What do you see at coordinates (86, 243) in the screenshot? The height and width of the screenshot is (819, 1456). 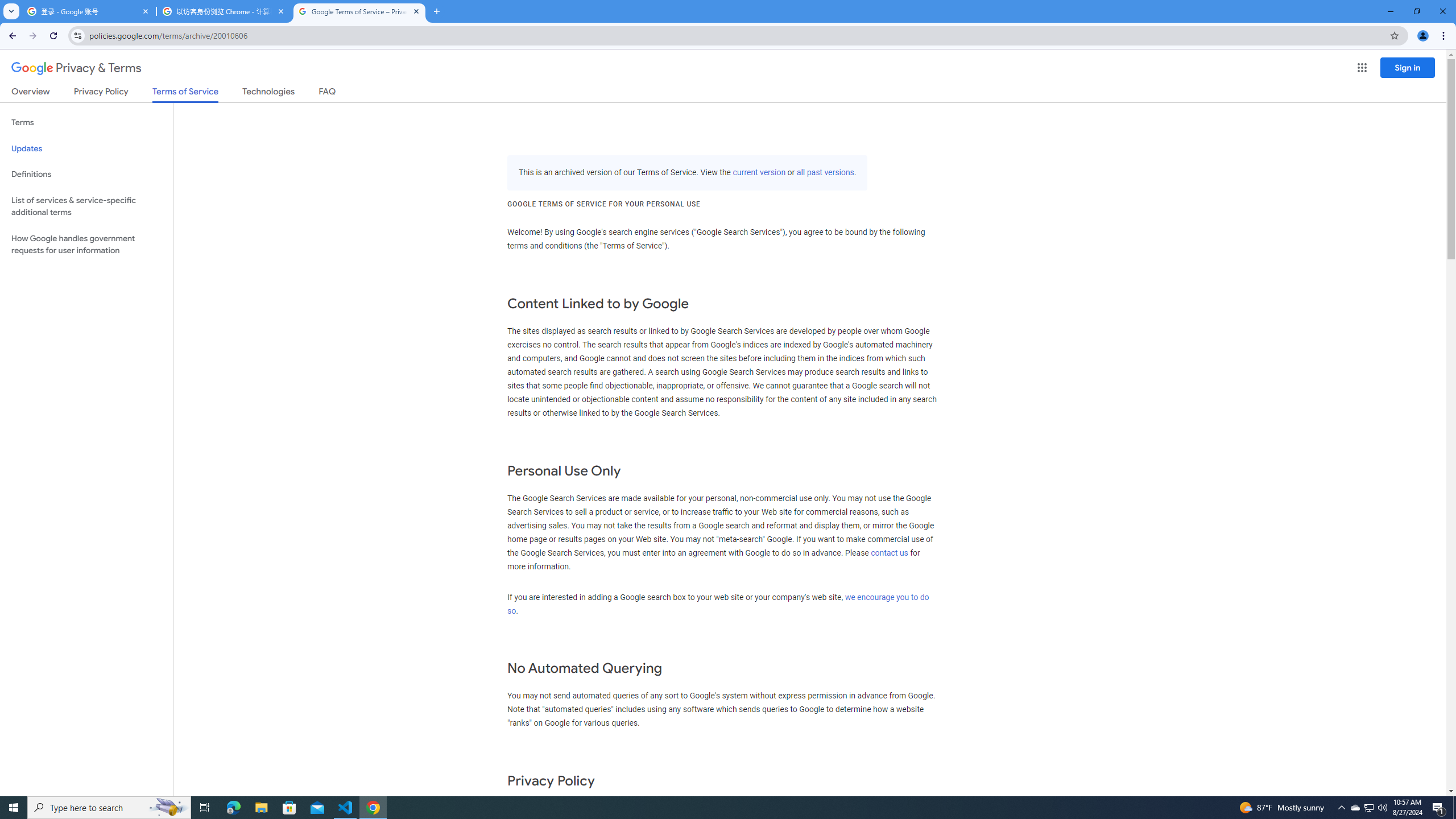 I see `'How Google handles government requests for user information'` at bounding box center [86, 243].